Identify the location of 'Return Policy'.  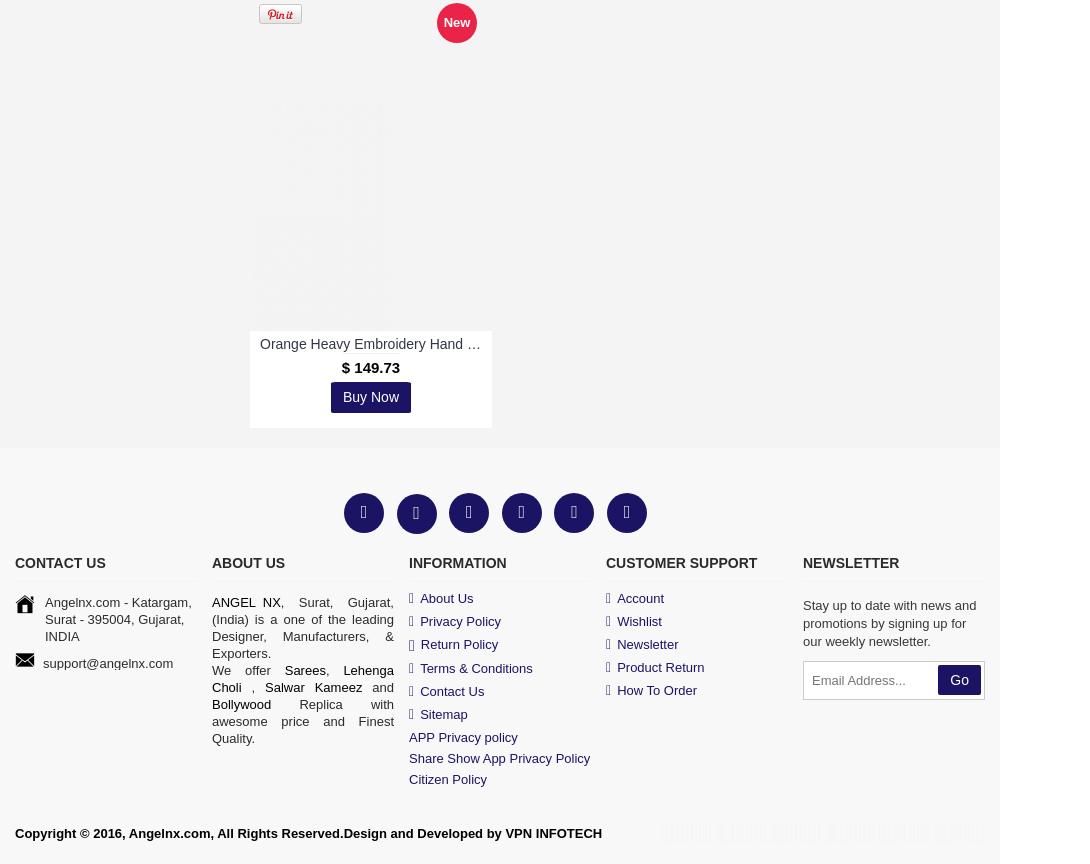
(457, 643).